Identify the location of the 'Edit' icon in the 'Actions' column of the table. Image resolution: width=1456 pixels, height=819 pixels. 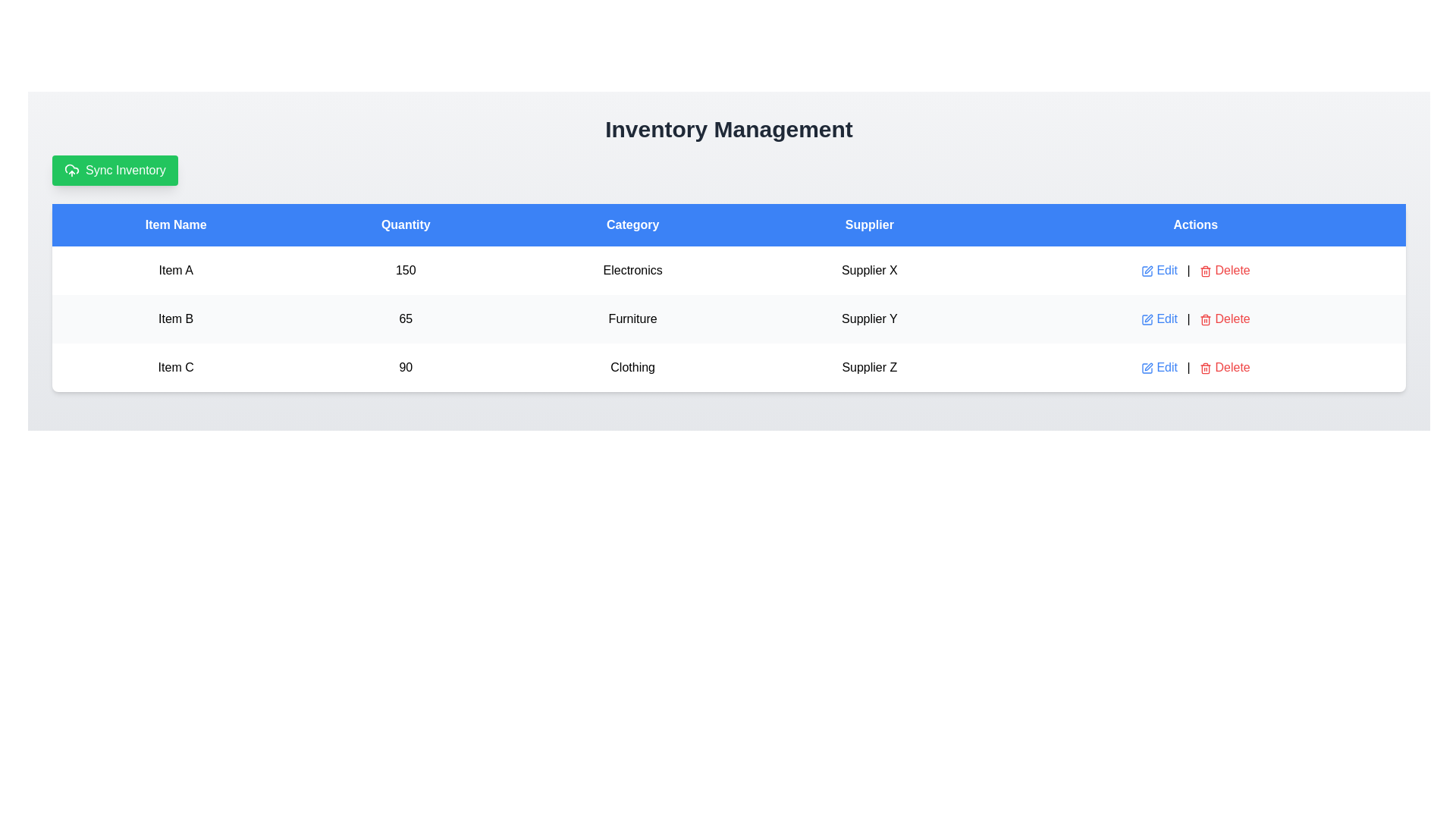
(1147, 368).